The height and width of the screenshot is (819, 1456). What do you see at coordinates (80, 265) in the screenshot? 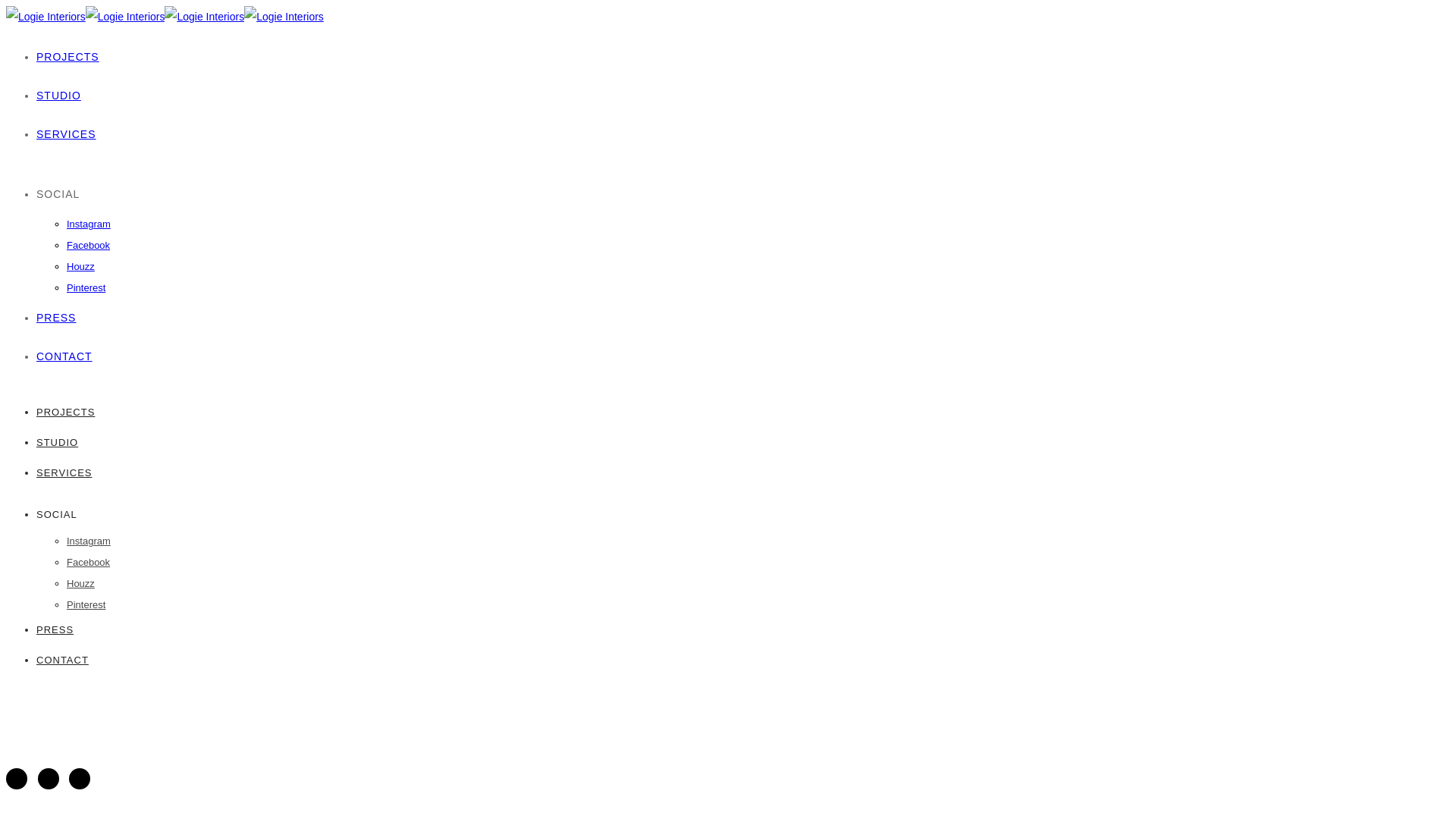
I see `'Houzz'` at bounding box center [80, 265].